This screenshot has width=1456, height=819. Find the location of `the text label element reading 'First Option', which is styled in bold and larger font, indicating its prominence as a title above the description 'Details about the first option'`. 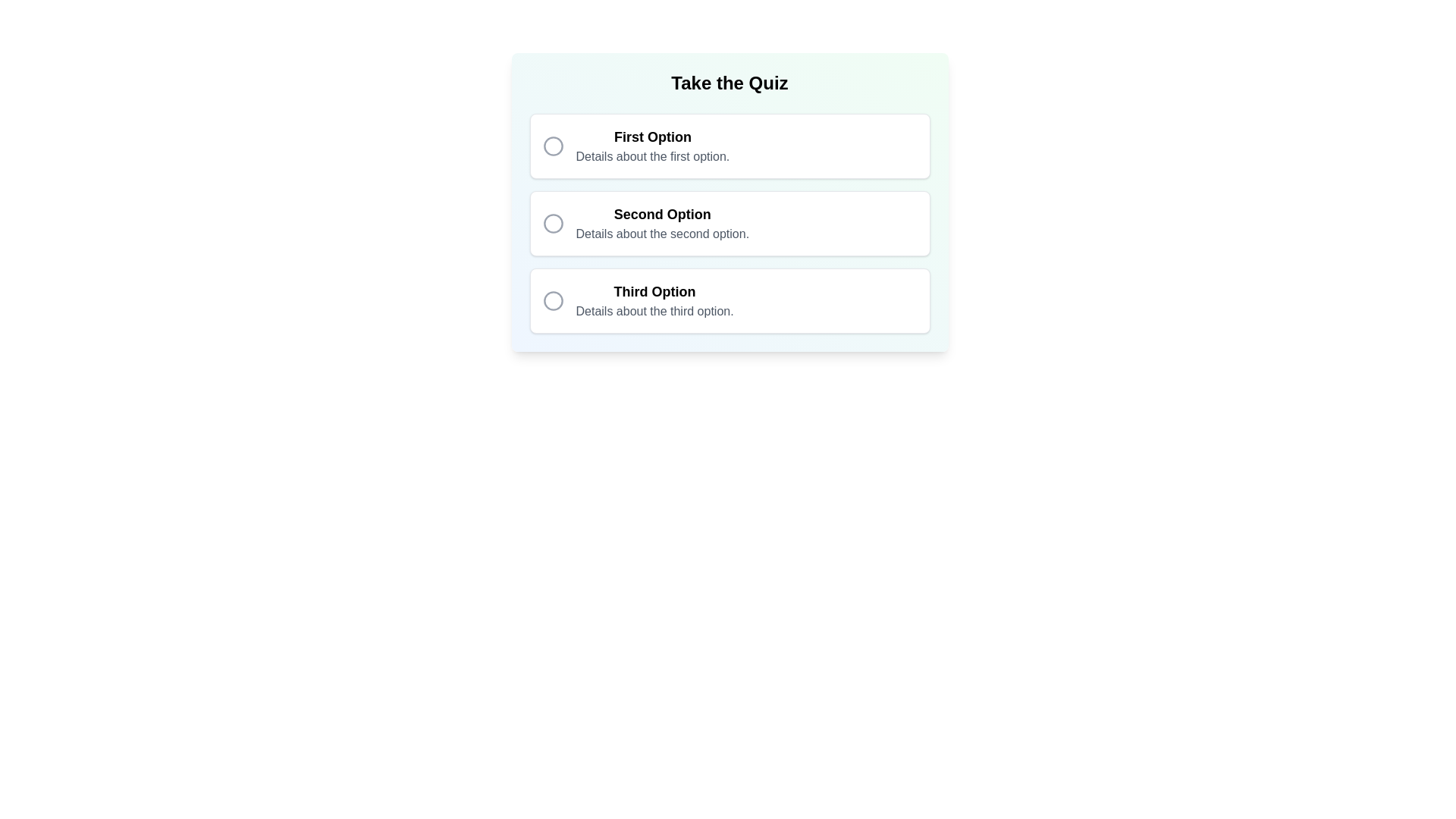

the text label element reading 'First Option', which is styled in bold and larger font, indicating its prominence as a title above the description 'Details about the first option' is located at coordinates (652, 137).